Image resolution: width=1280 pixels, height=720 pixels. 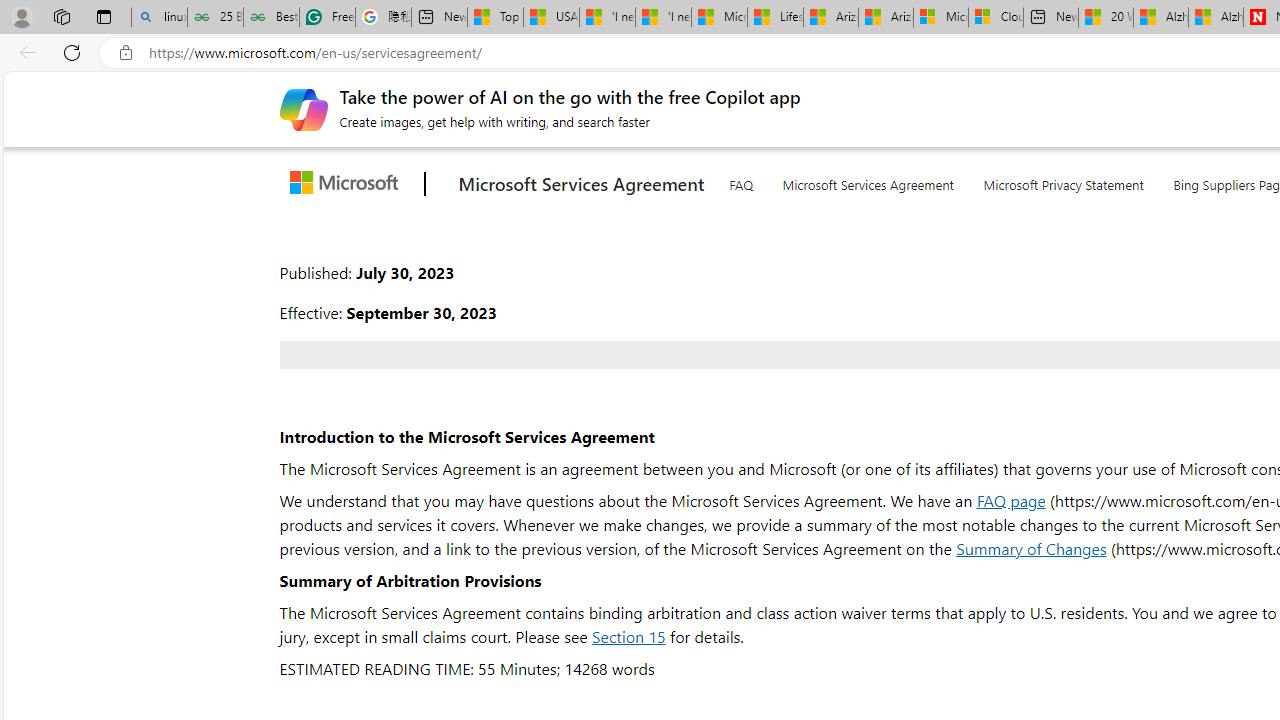 What do you see at coordinates (995, 17) in the screenshot?
I see `'Cloud Computing Services | Microsoft Azure'` at bounding box center [995, 17].